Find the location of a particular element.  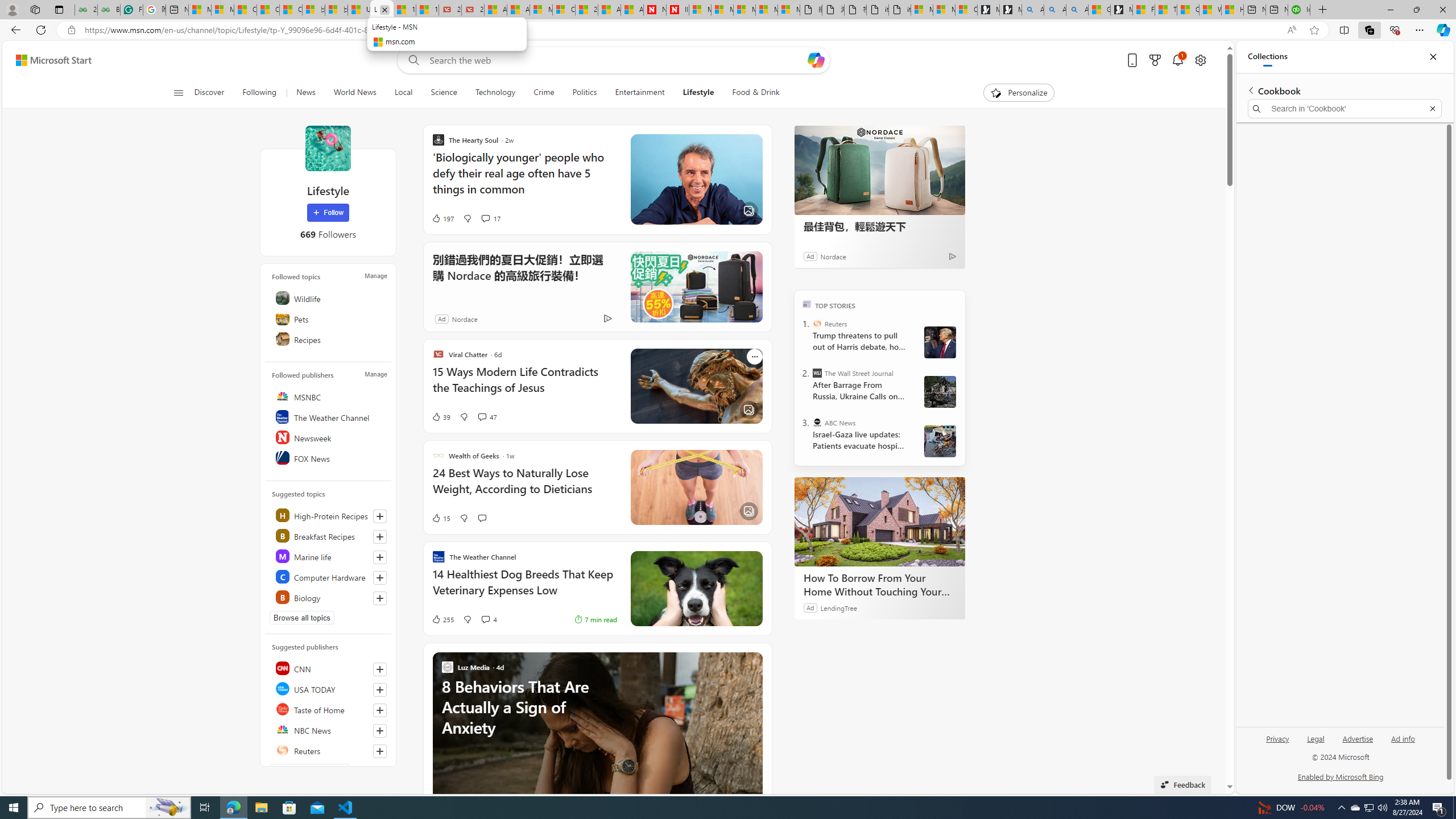

'Follow this topic' is located at coordinates (380, 597).